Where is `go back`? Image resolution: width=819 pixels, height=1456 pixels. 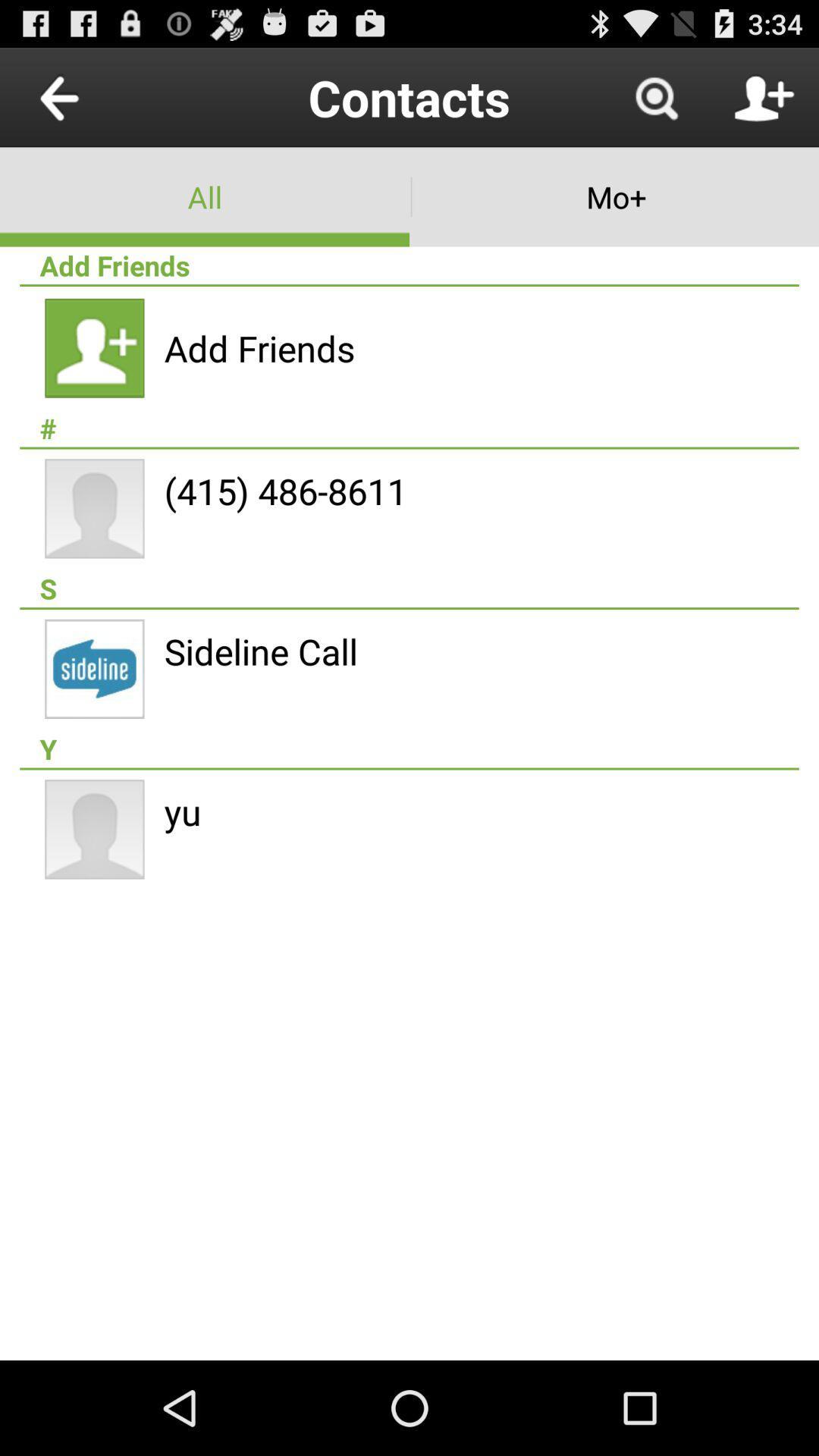 go back is located at coordinates (94, 96).